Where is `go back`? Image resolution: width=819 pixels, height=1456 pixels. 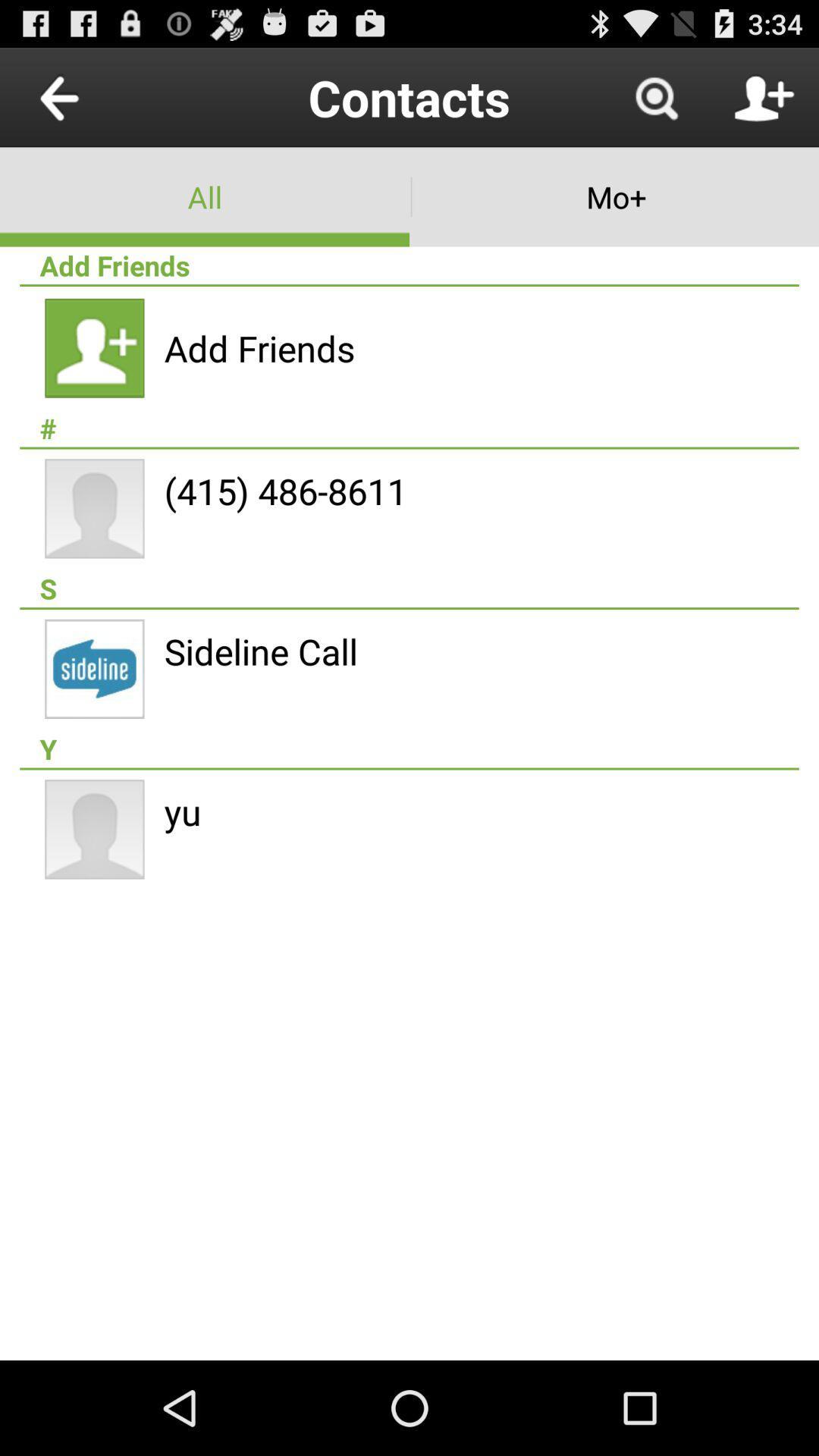 go back is located at coordinates (94, 96).